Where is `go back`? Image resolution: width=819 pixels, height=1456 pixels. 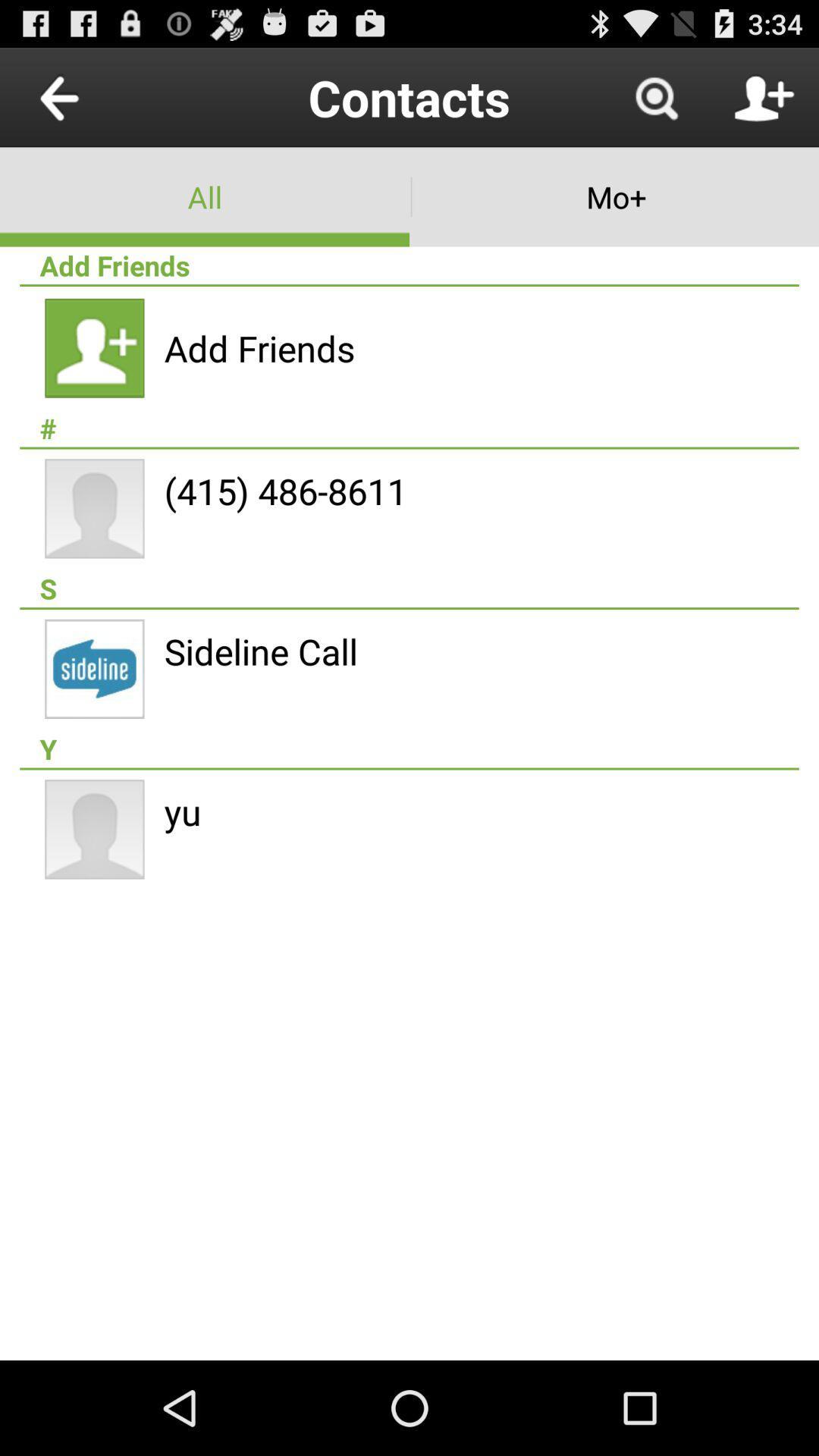 go back is located at coordinates (94, 96).